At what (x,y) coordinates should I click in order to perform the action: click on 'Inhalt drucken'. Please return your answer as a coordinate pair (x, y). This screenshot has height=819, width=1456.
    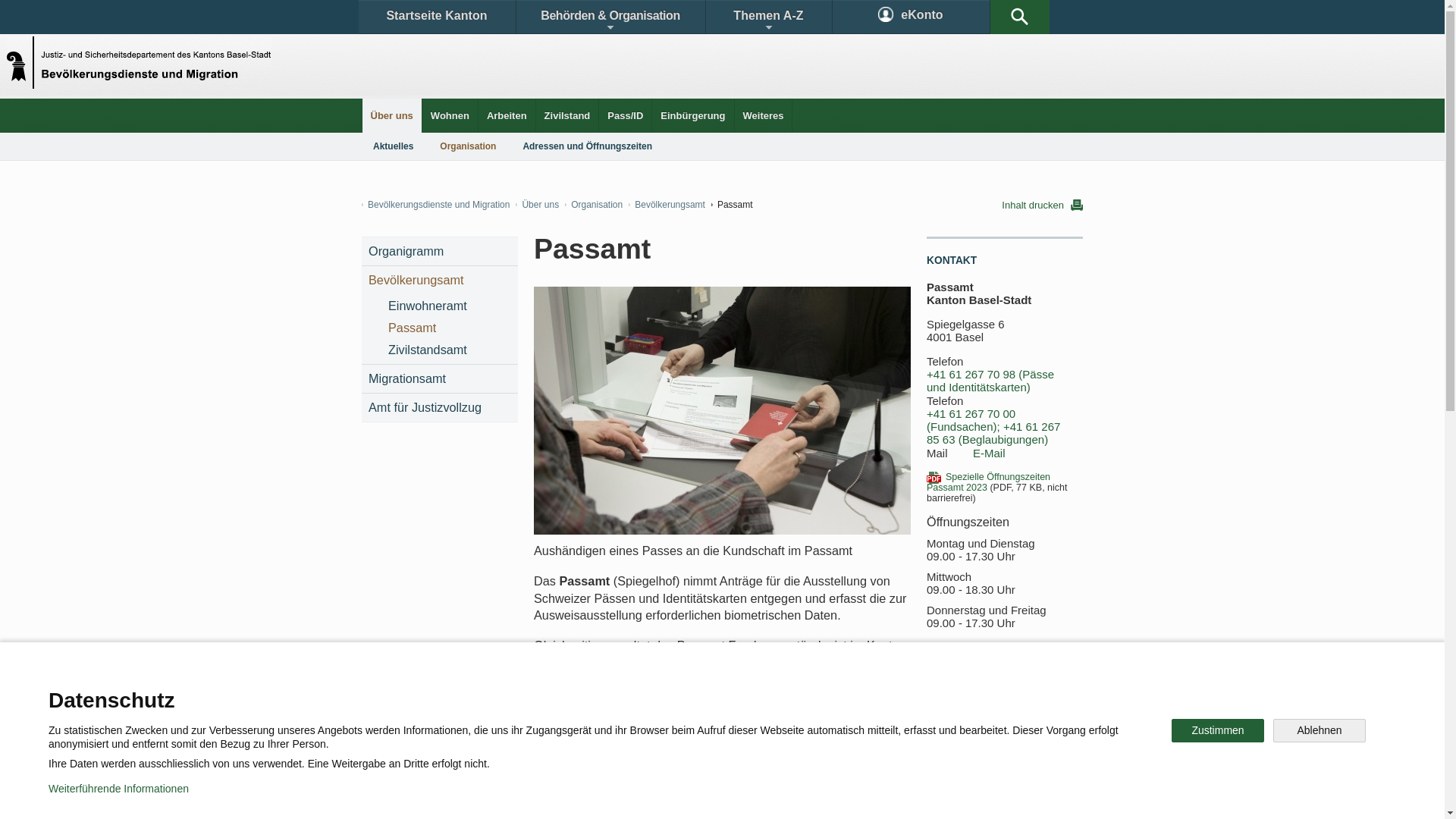
    Looking at the image, I should click on (1041, 205).